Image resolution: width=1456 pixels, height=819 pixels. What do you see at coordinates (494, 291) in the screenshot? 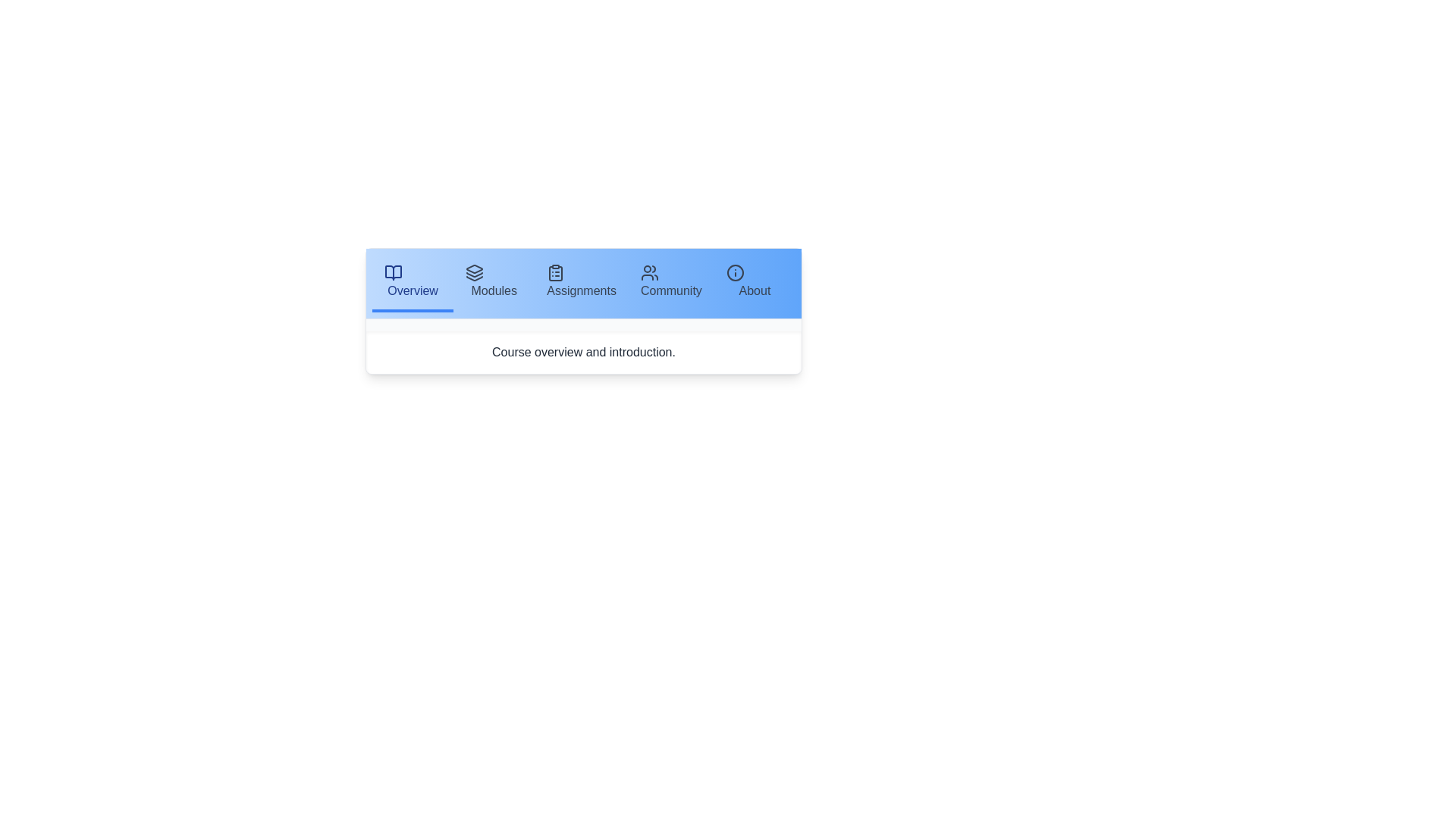
I see `the 'Modules' text label in the navigation bar` at bounding box center [494, 291].